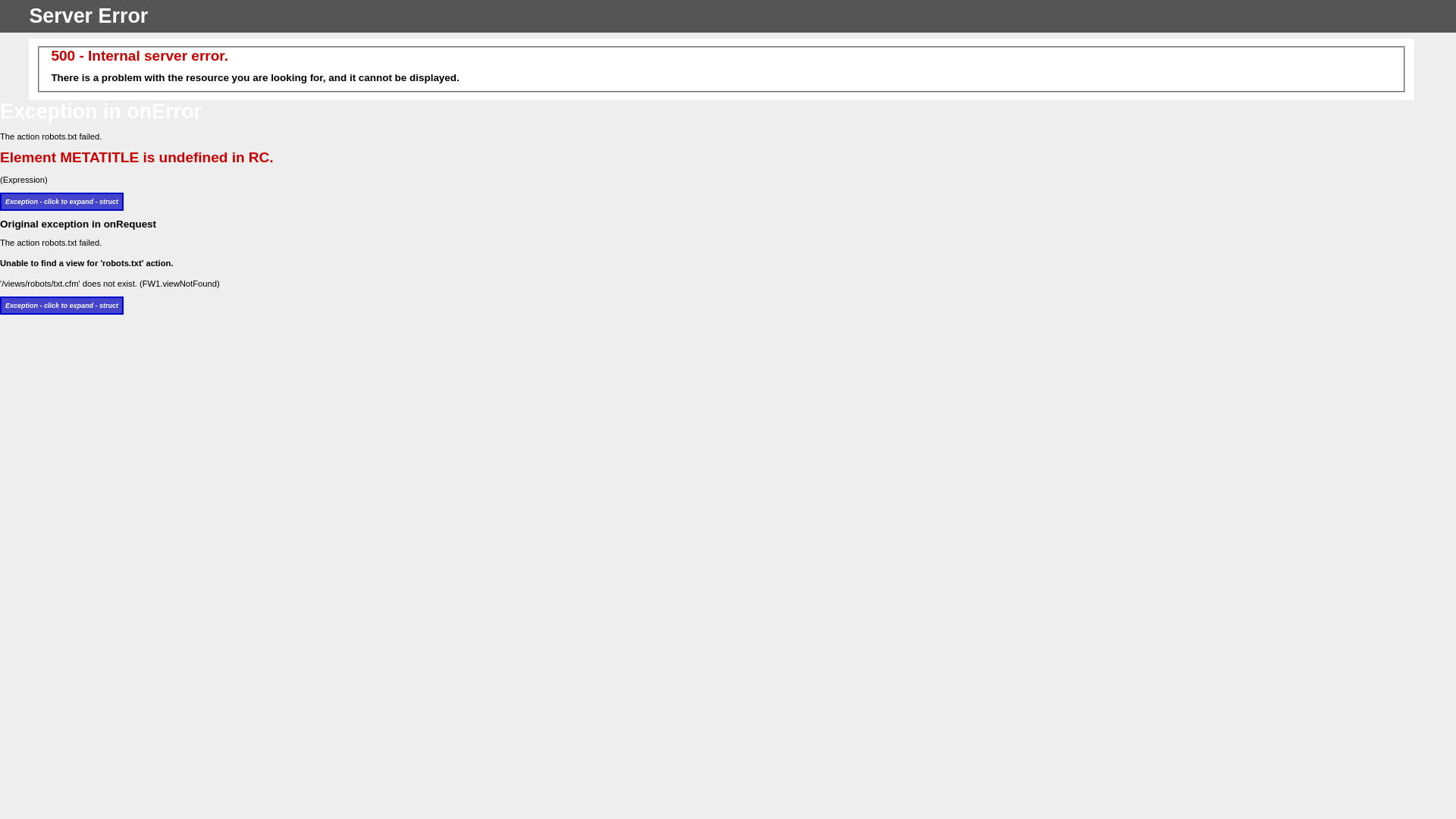 The image size is (1456, 819). What do you see at coordinates (61, 305) in the screenshot?
I see `'Exception - click to expand - struct'` at bounding box center [61, 305].